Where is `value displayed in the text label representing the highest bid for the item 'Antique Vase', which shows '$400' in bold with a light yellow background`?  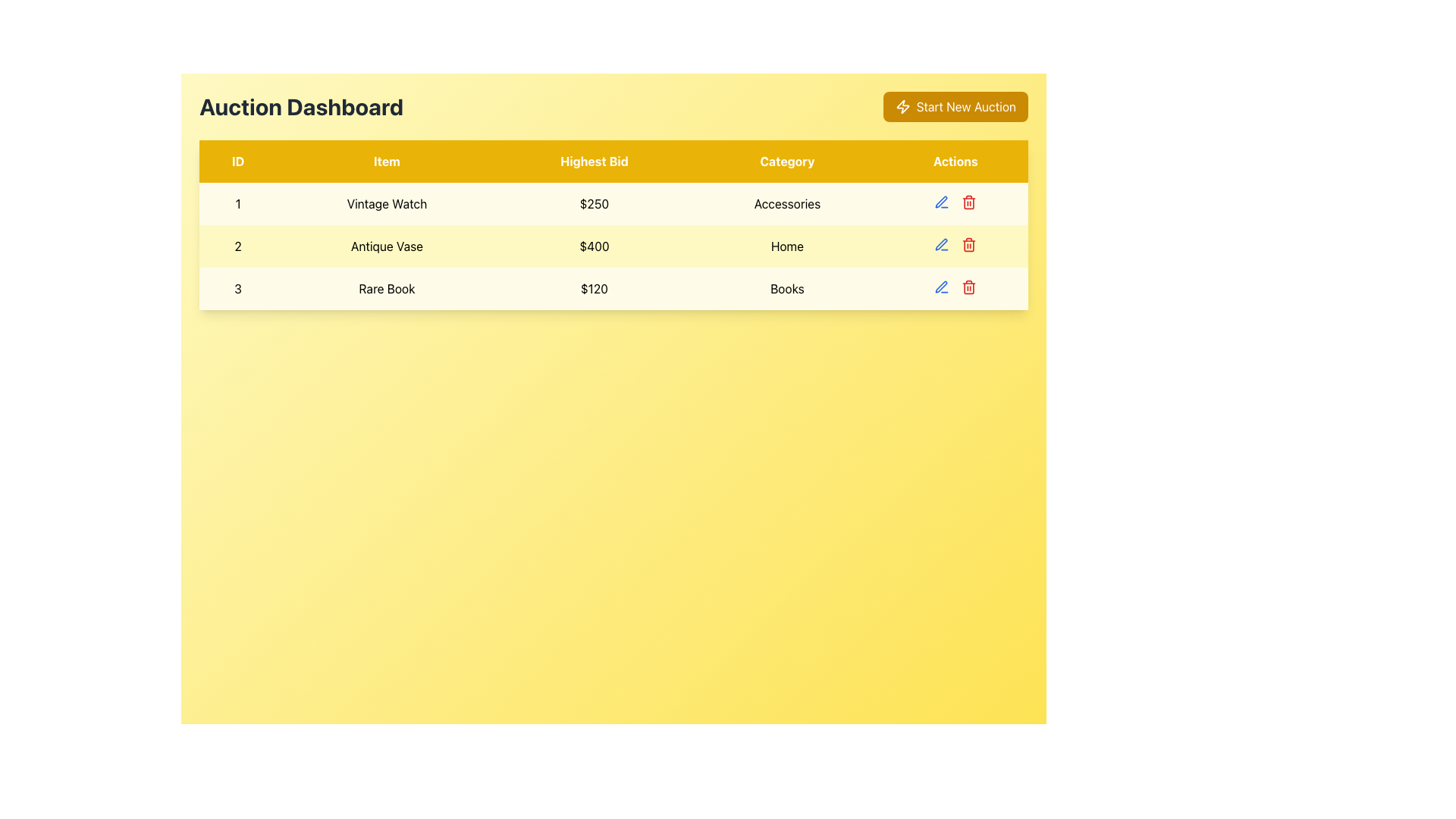
value displayed in the text label representing the highest bid for the item 'Antique Vase', which shows '$400' in bold with a light yellow background is located at coordinates (593, 245).